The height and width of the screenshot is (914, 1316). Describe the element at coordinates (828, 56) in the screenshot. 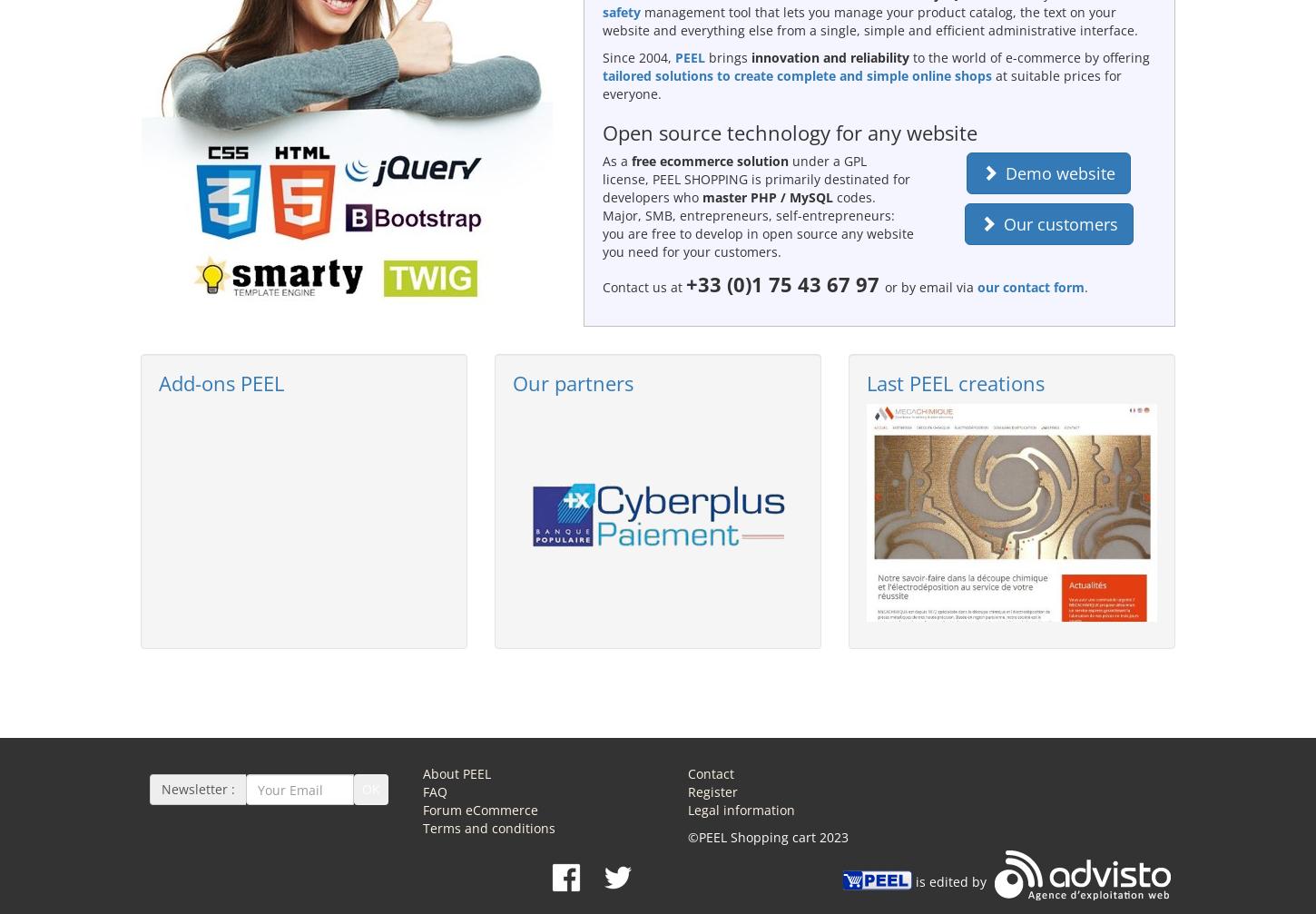

I see `'innovation and reliability'` at that location.